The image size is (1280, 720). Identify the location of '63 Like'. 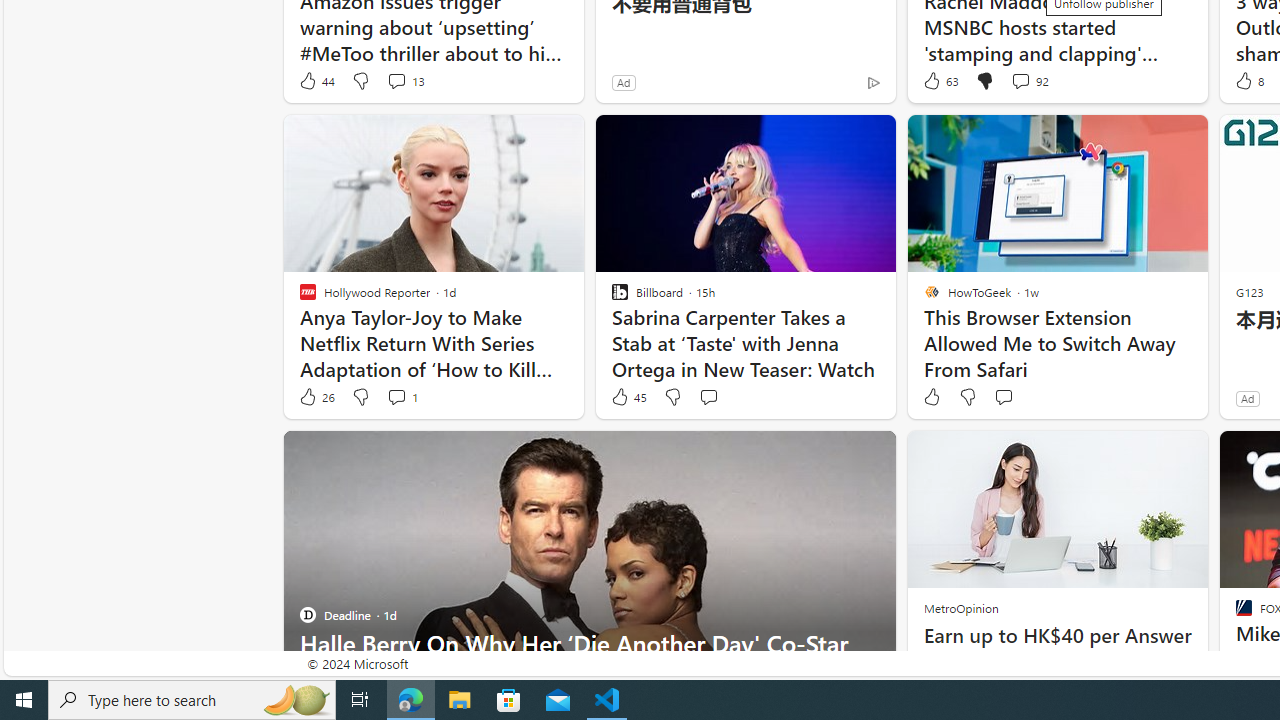
(938, 80).